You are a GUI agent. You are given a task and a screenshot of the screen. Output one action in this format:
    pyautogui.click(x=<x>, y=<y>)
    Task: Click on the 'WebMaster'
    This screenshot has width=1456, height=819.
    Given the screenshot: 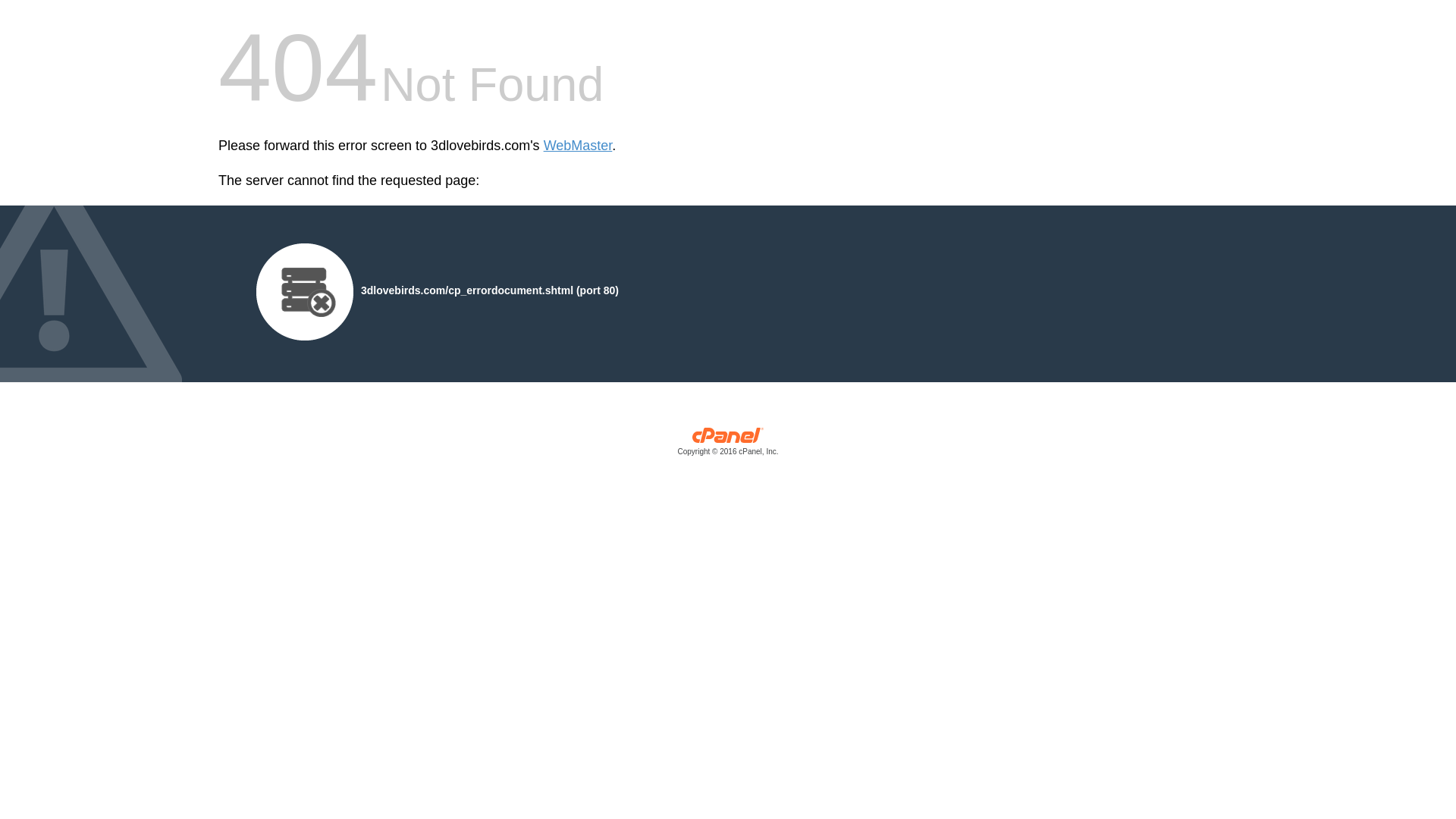 What is the action you would take?
    pyautogui.click(x=577, y=146)
    